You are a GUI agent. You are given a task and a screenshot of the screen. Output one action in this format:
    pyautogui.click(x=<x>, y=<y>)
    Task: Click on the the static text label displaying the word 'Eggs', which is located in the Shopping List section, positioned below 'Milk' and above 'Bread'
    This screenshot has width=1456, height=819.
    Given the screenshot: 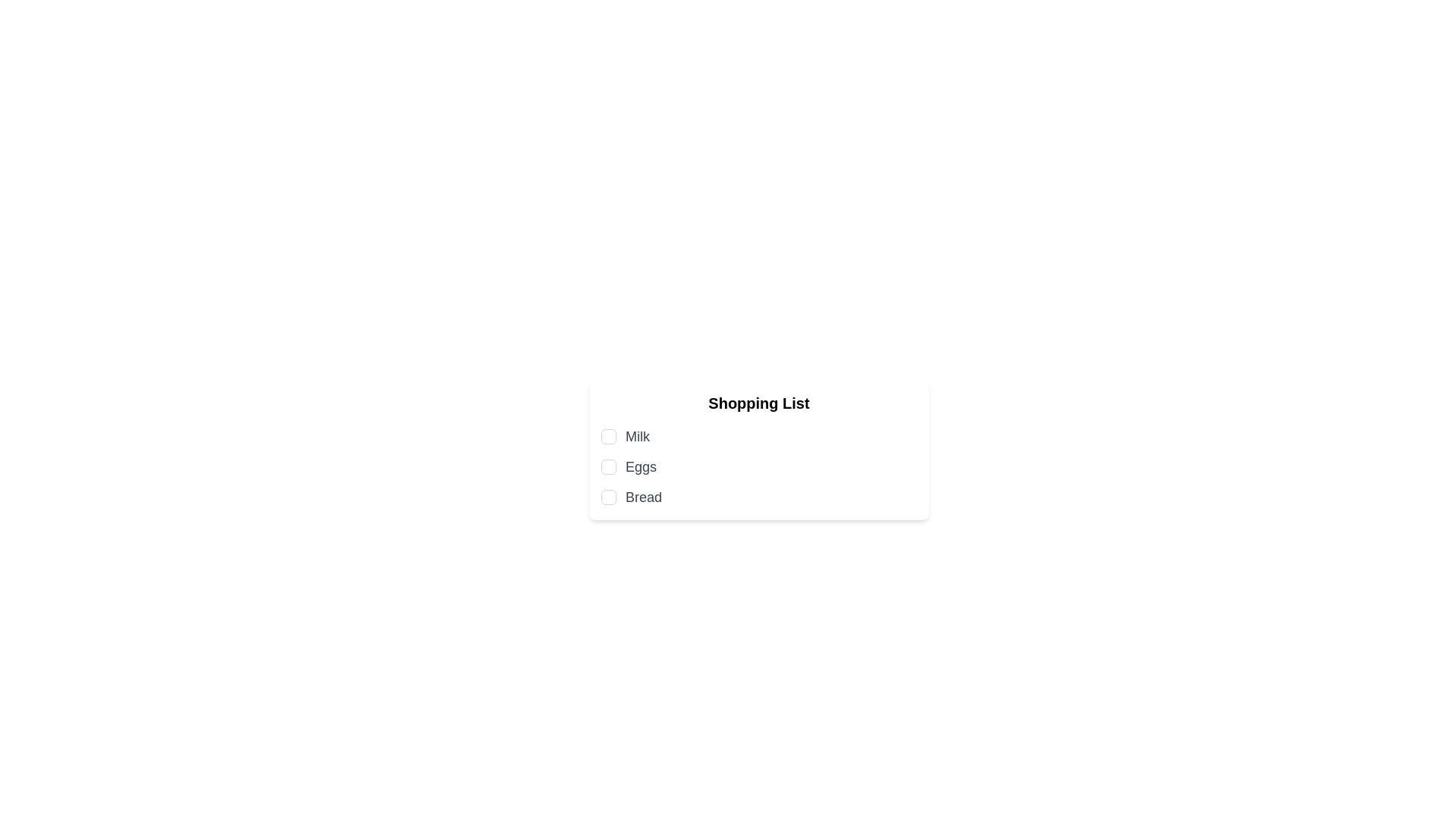 What is the action you would take?
    pyautogui.click(x=641, y=466)
    